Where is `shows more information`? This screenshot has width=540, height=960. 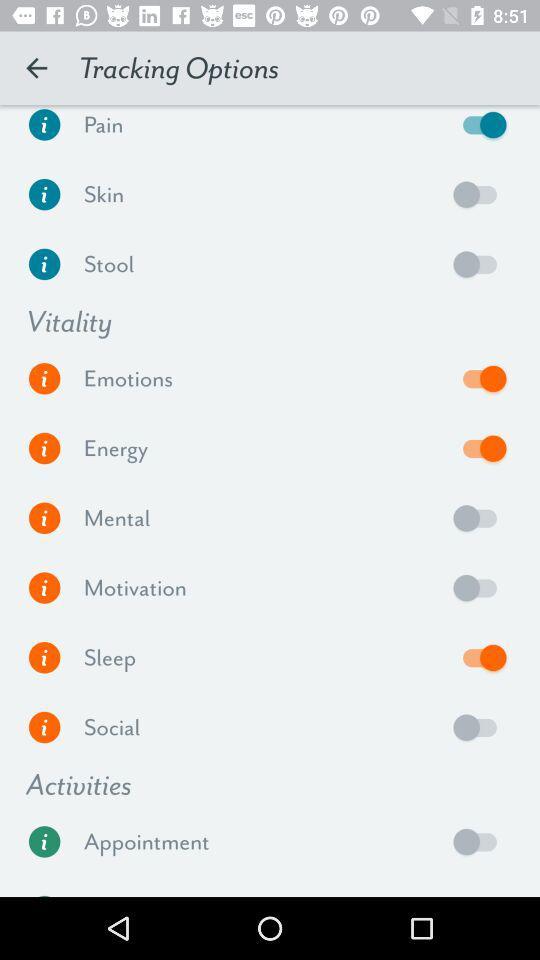 shows more information is located at coordinates (44, 726).